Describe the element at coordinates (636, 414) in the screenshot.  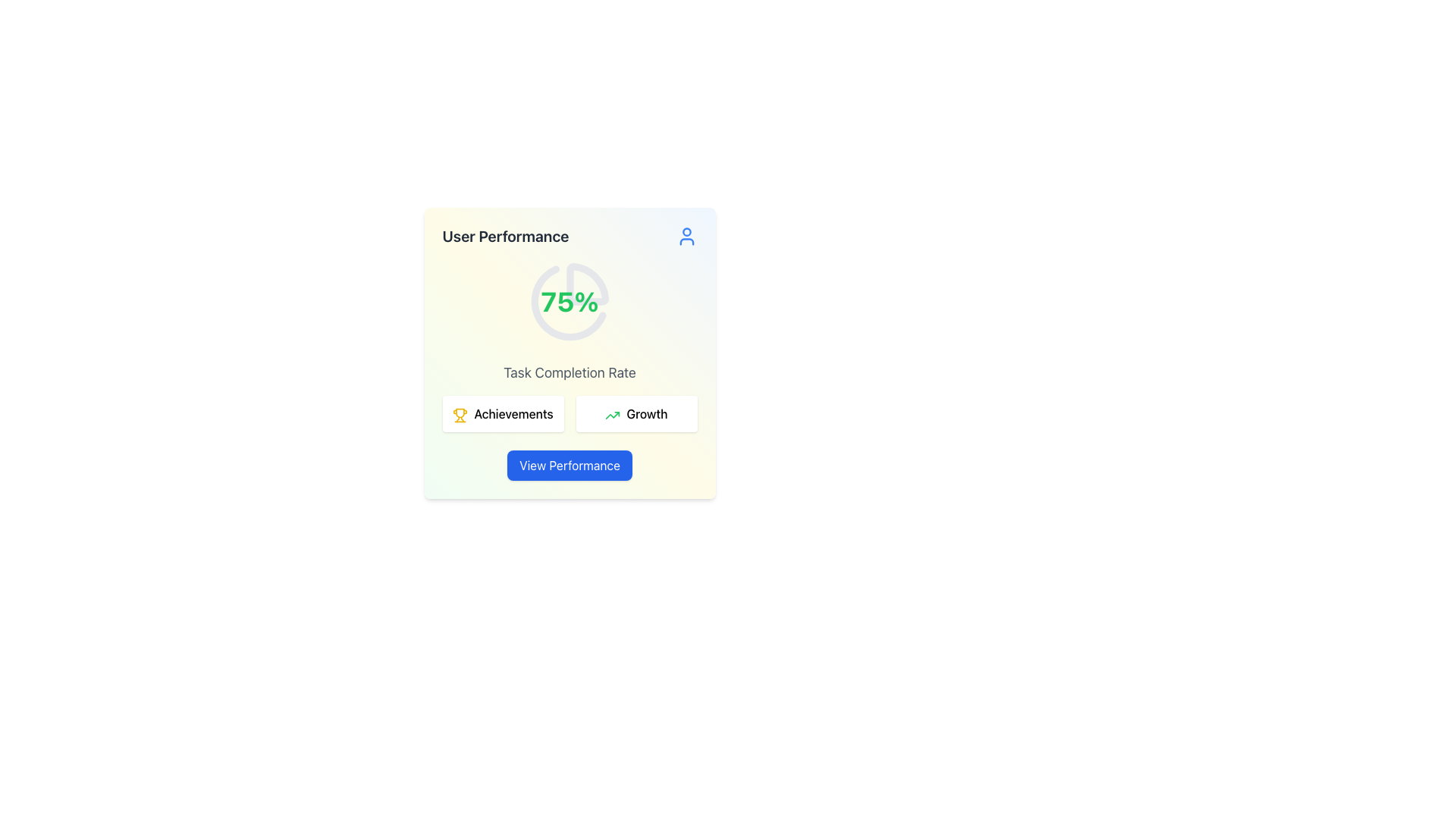
I see `the second card labeled 'Growth' that features an upward green arrow icon, located in the user performance dashboard` at that location.